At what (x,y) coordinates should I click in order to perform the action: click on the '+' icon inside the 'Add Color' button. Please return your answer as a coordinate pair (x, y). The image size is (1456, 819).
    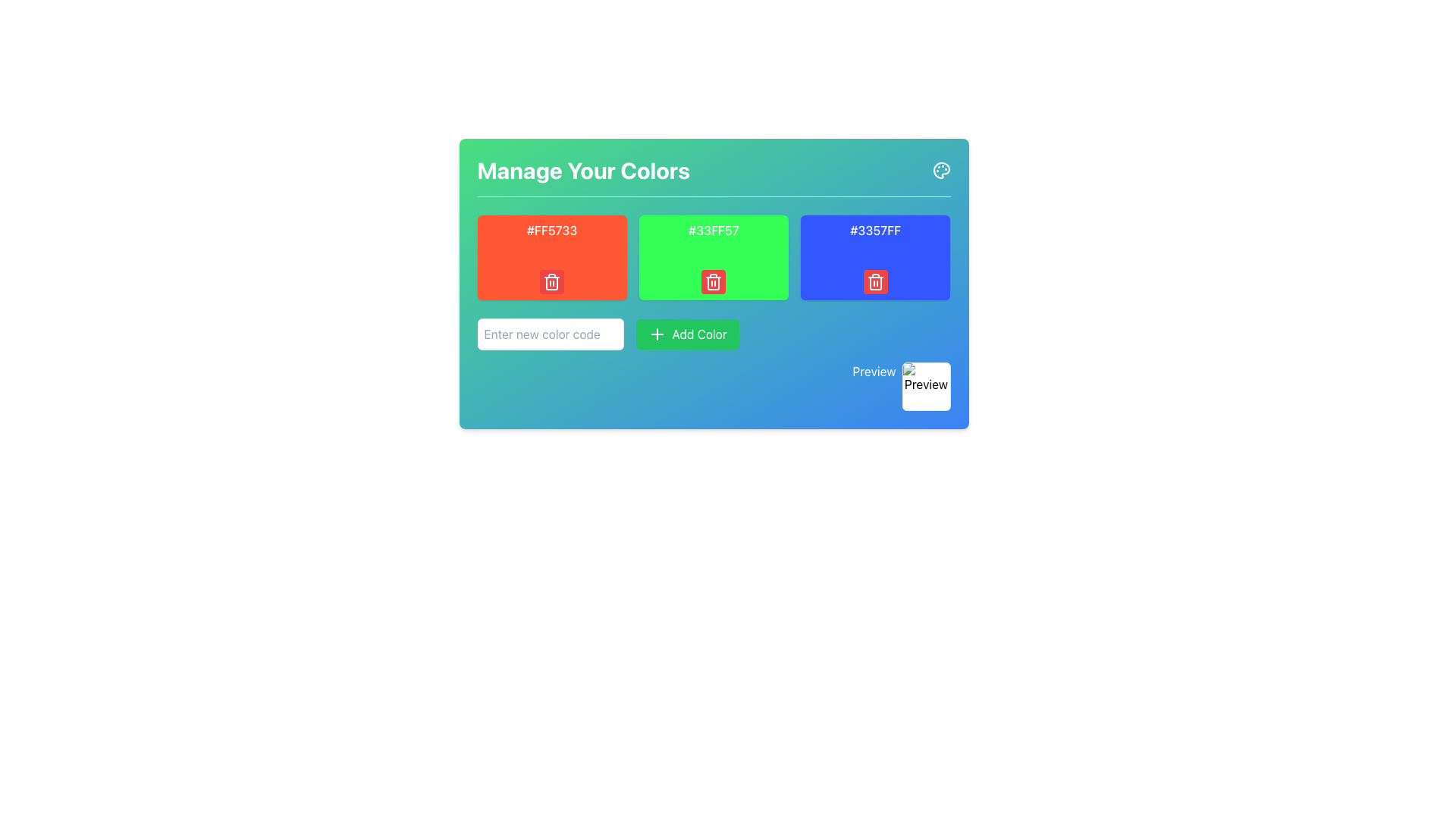
    Looking at the image, I should click on (657, 333).